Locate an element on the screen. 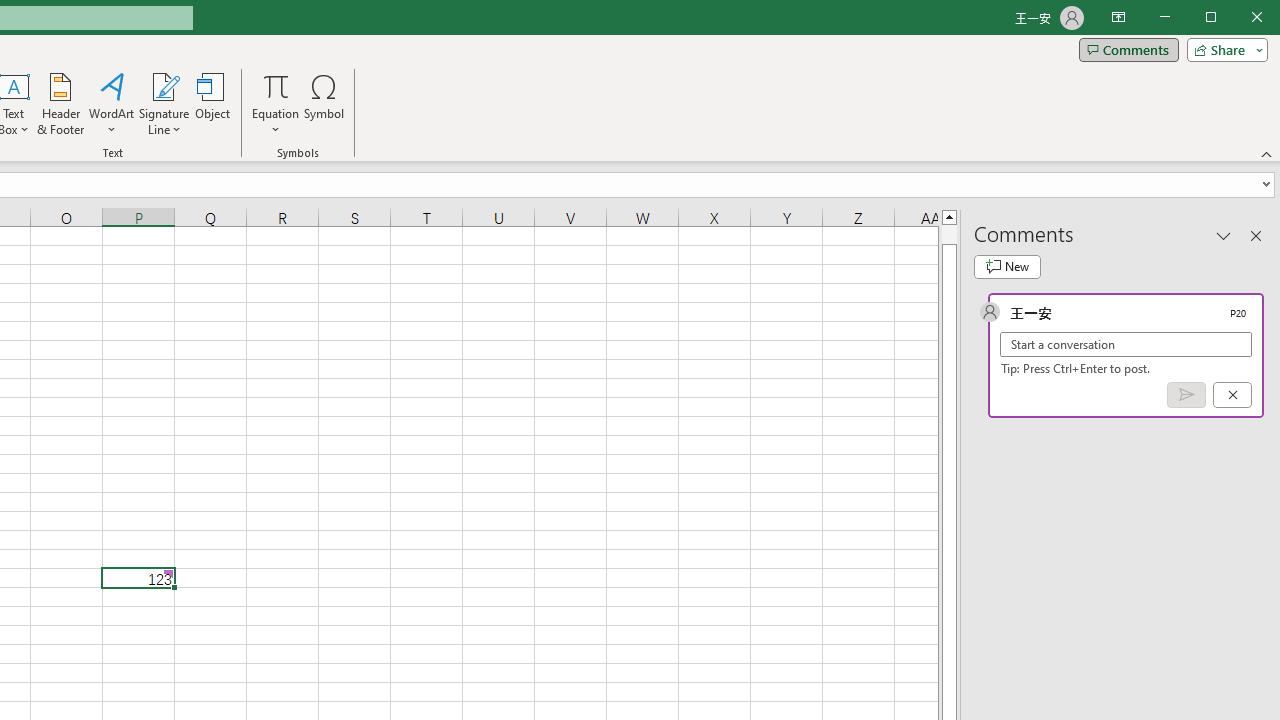 This screenshot has height=720, width=1280. 'WordArt' is located at coordinates (111, 104).